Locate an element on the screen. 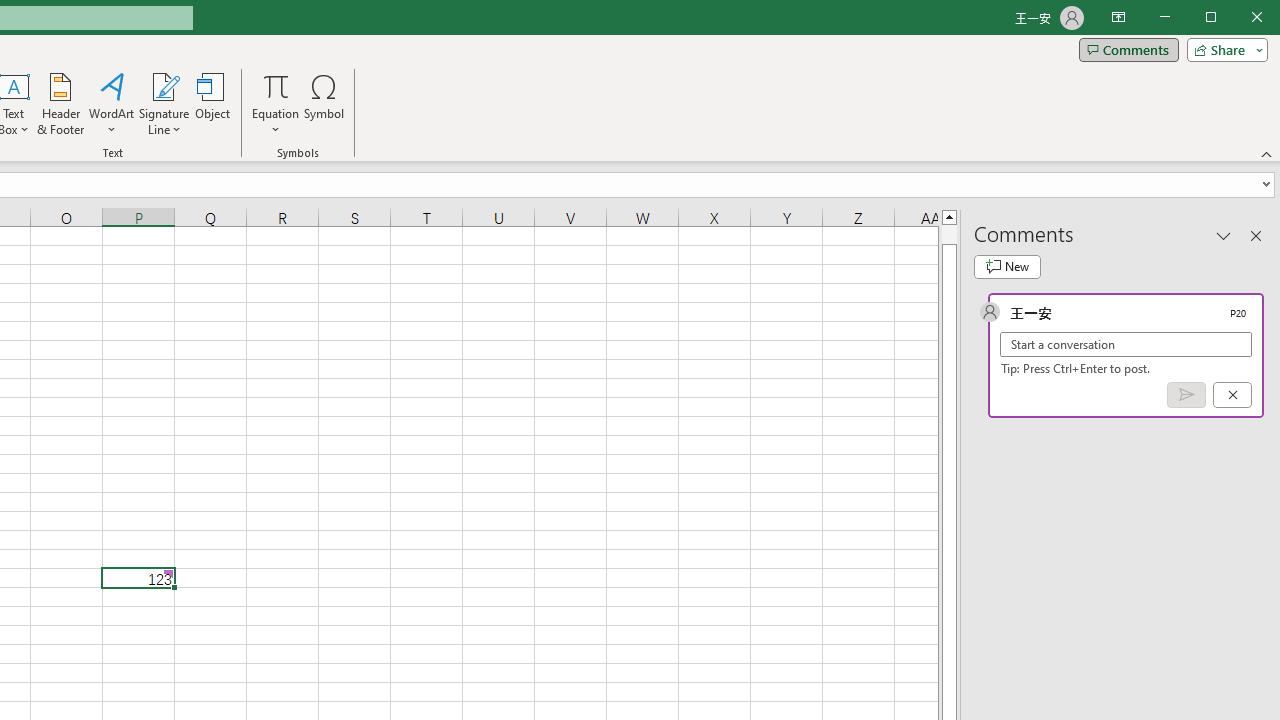 This screenshot has height=720, width=1280. 'WordArt' is located at coordinates (111, 104).